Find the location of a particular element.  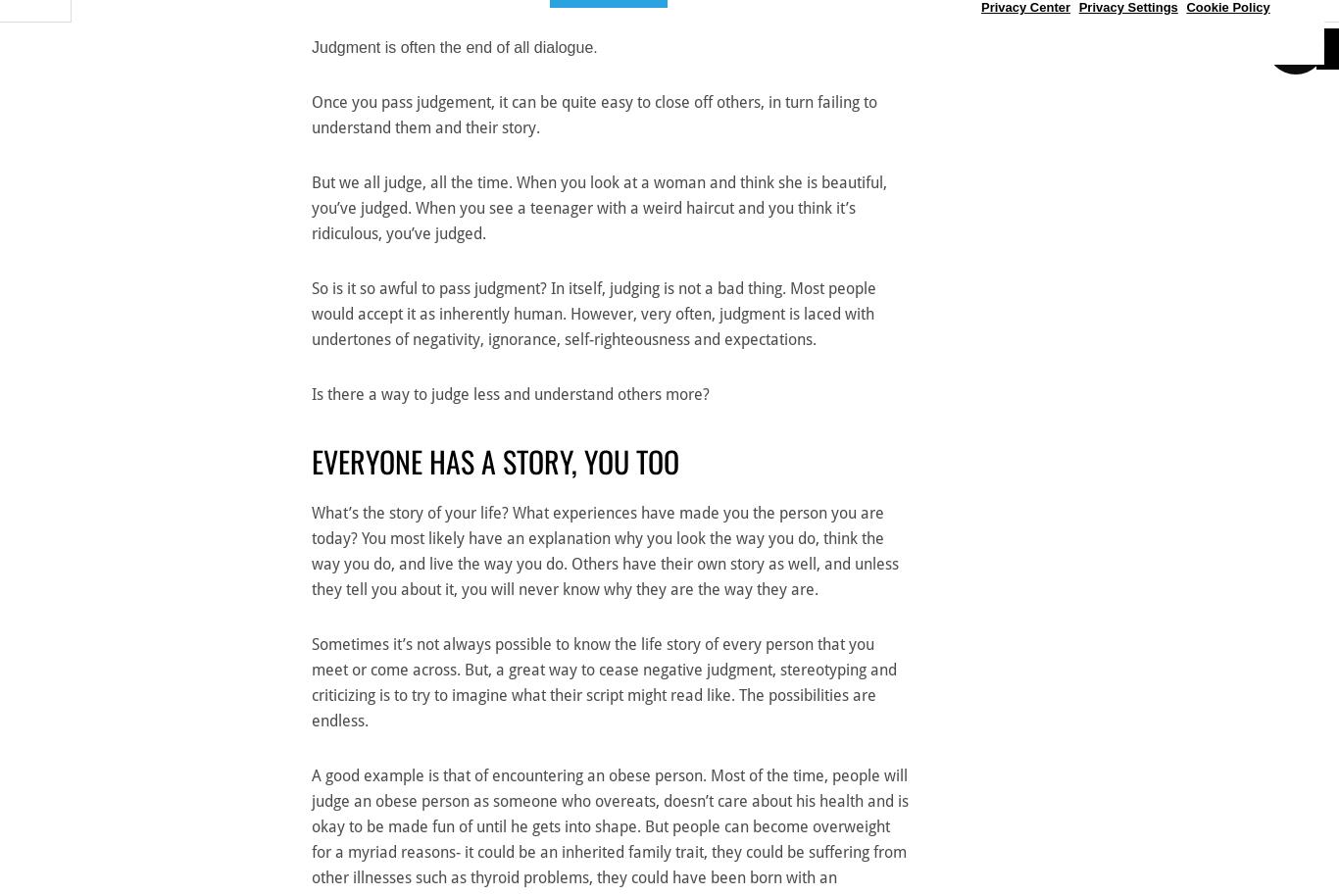

'But we all judge, all the time. When you look at a woman and think she is beautiful, you’ve judged. When you see a teenager with a weird haircut and you think it’s ridiculous, you’ve judged.' is located at coordinates (598, 207).